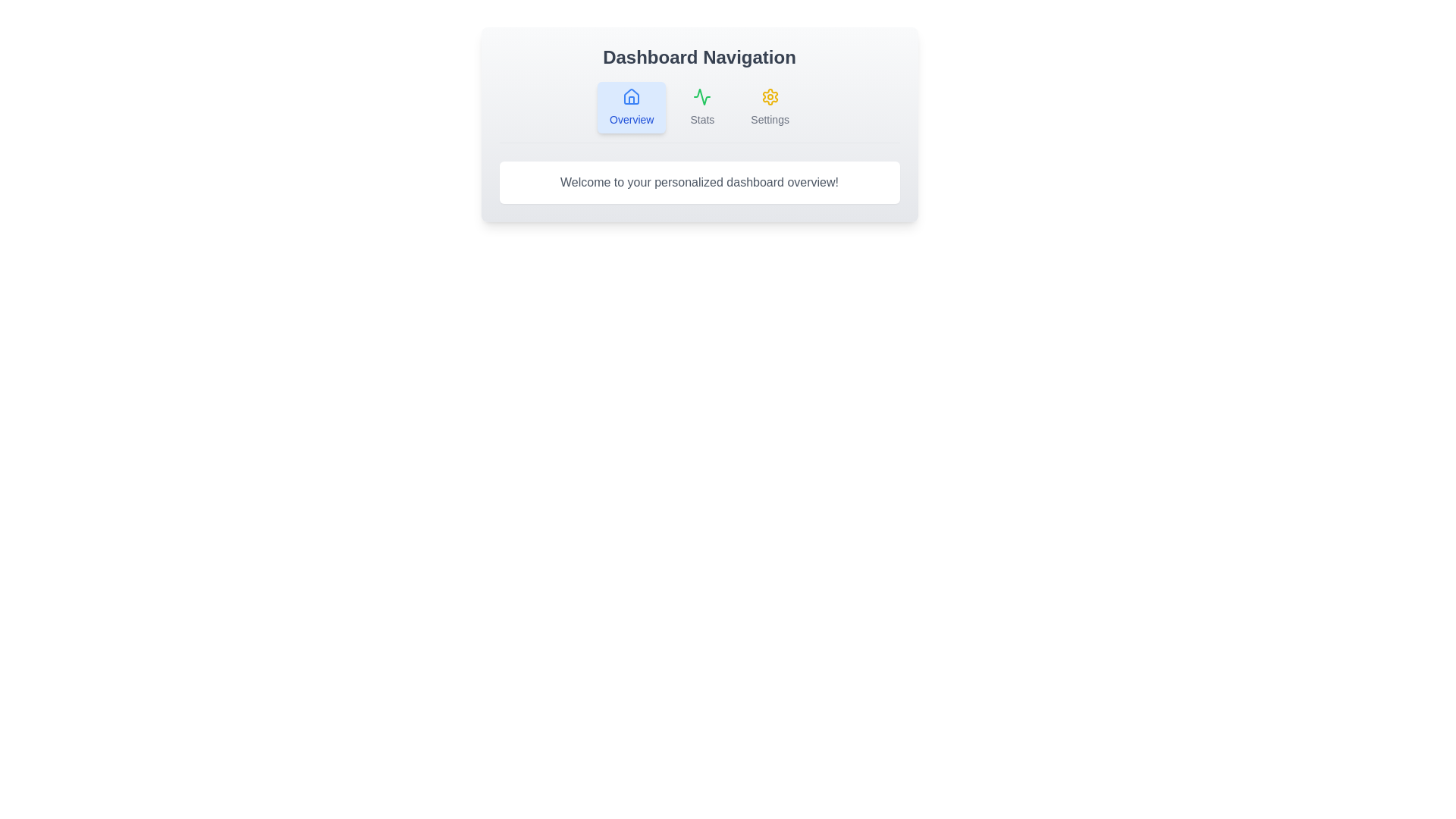 The width and height of the screenshot is (1456, 819). I want to click on the Stats tab in the TabbedDashboard, so click(701, 107).